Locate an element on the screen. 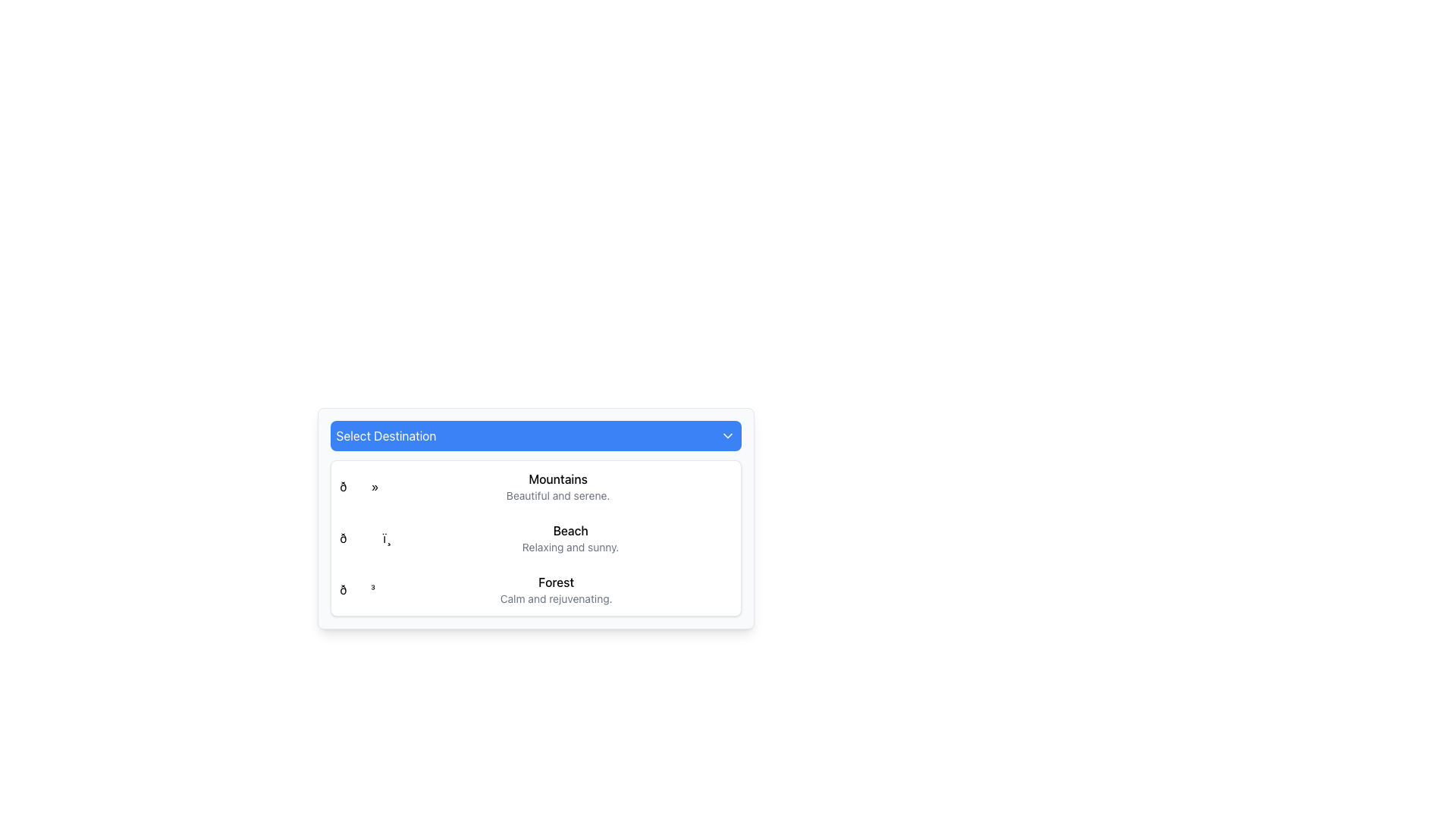 This screenshot has width=1456, height=819. the text element that reads 'Beautiful and serene.' which is styled in a smaller gray font and located directly below the 'Mountains' title text is located at coordinates (557, 496).